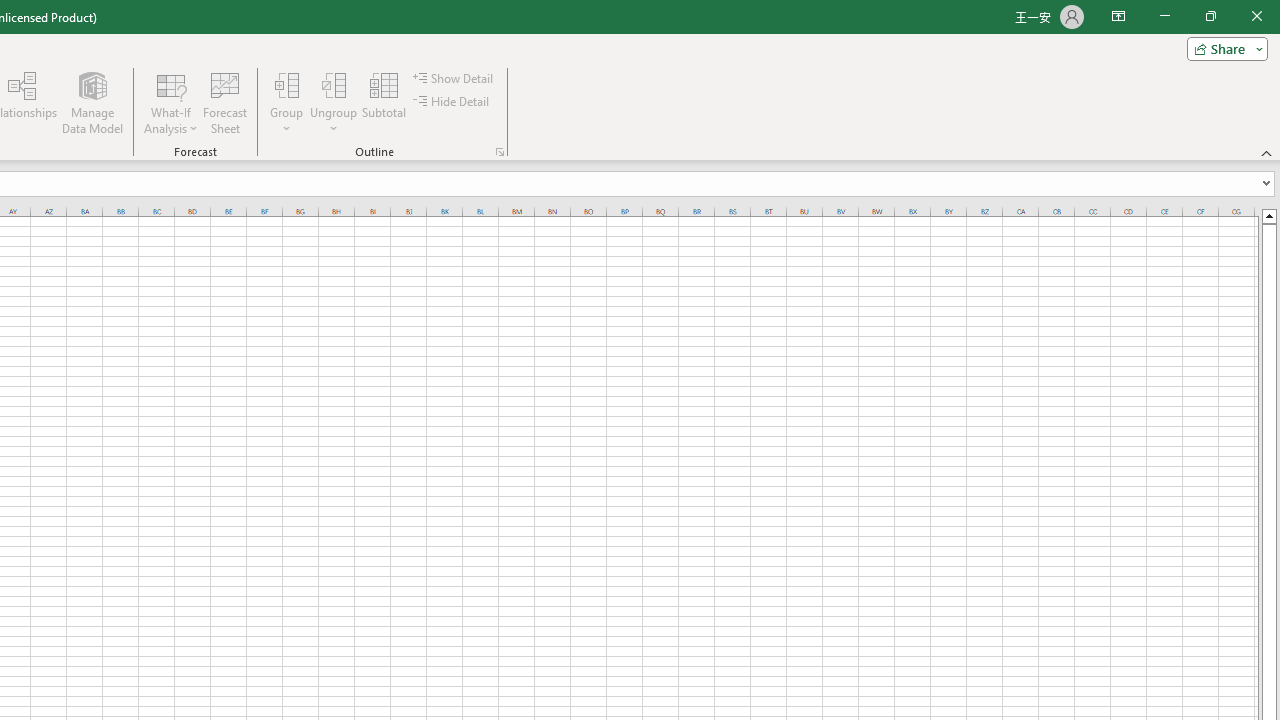 This screenshot has width=1280, height=720. Describe the element at coordinates (384, 103) in the screenshot. I see `'Subtotal'` at that location.